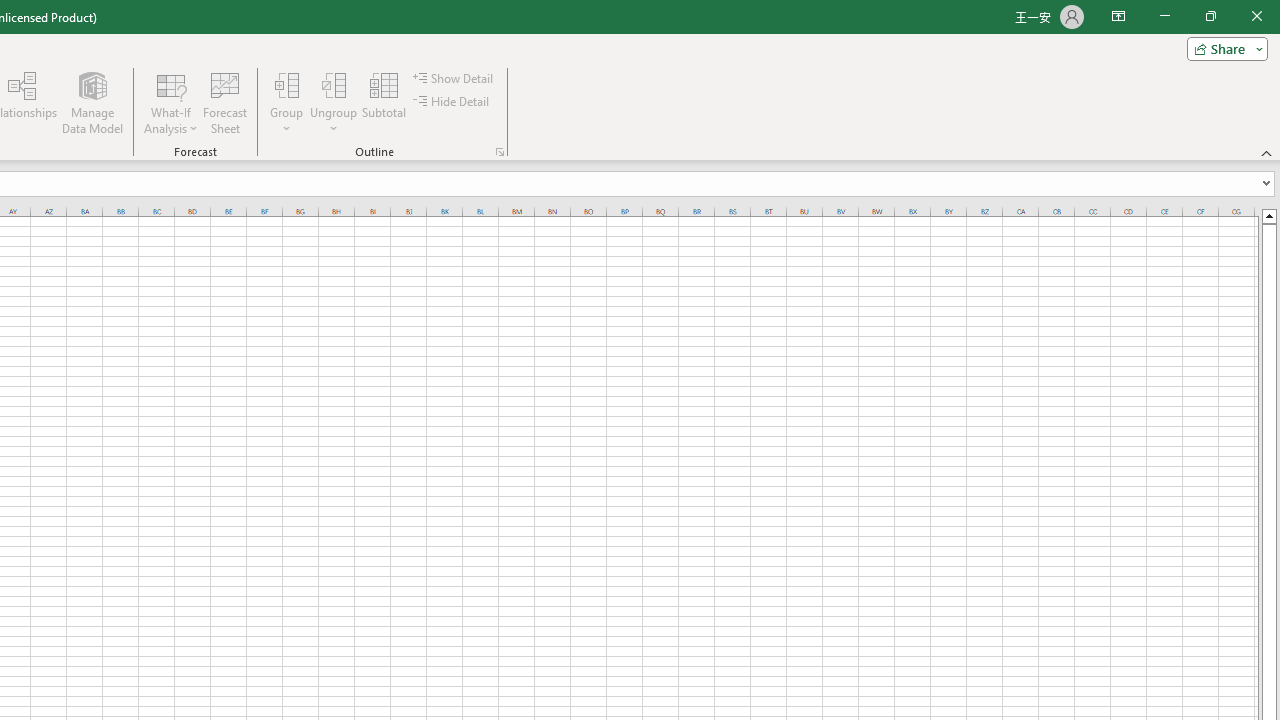 This screenshot has width=1280, height=720. Describe the element at coordinates (384, 103) in the screenshot. I see `'Subtotal'` at that location.